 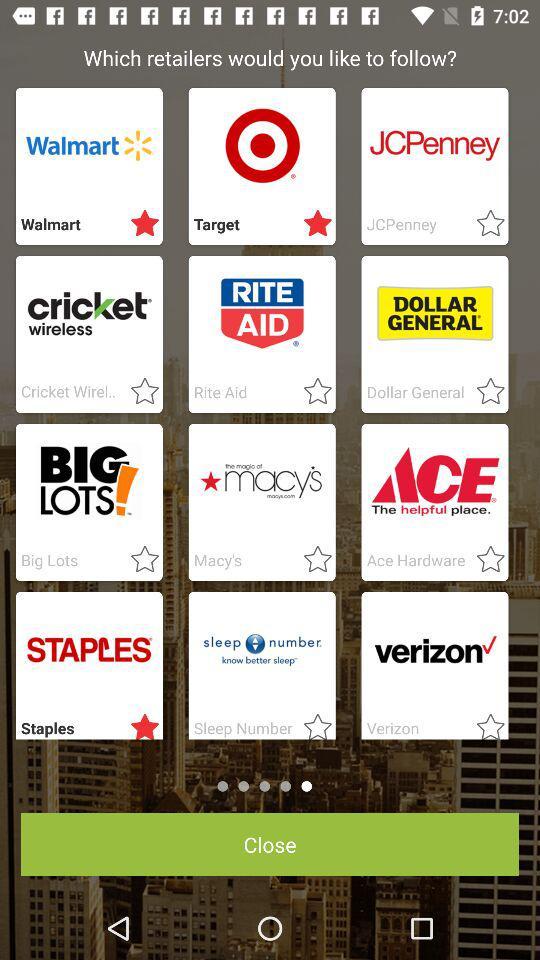 What do you see at coordinates (312, 224) in the screenshot?
I see `starred` at bounding box center [312, 224].